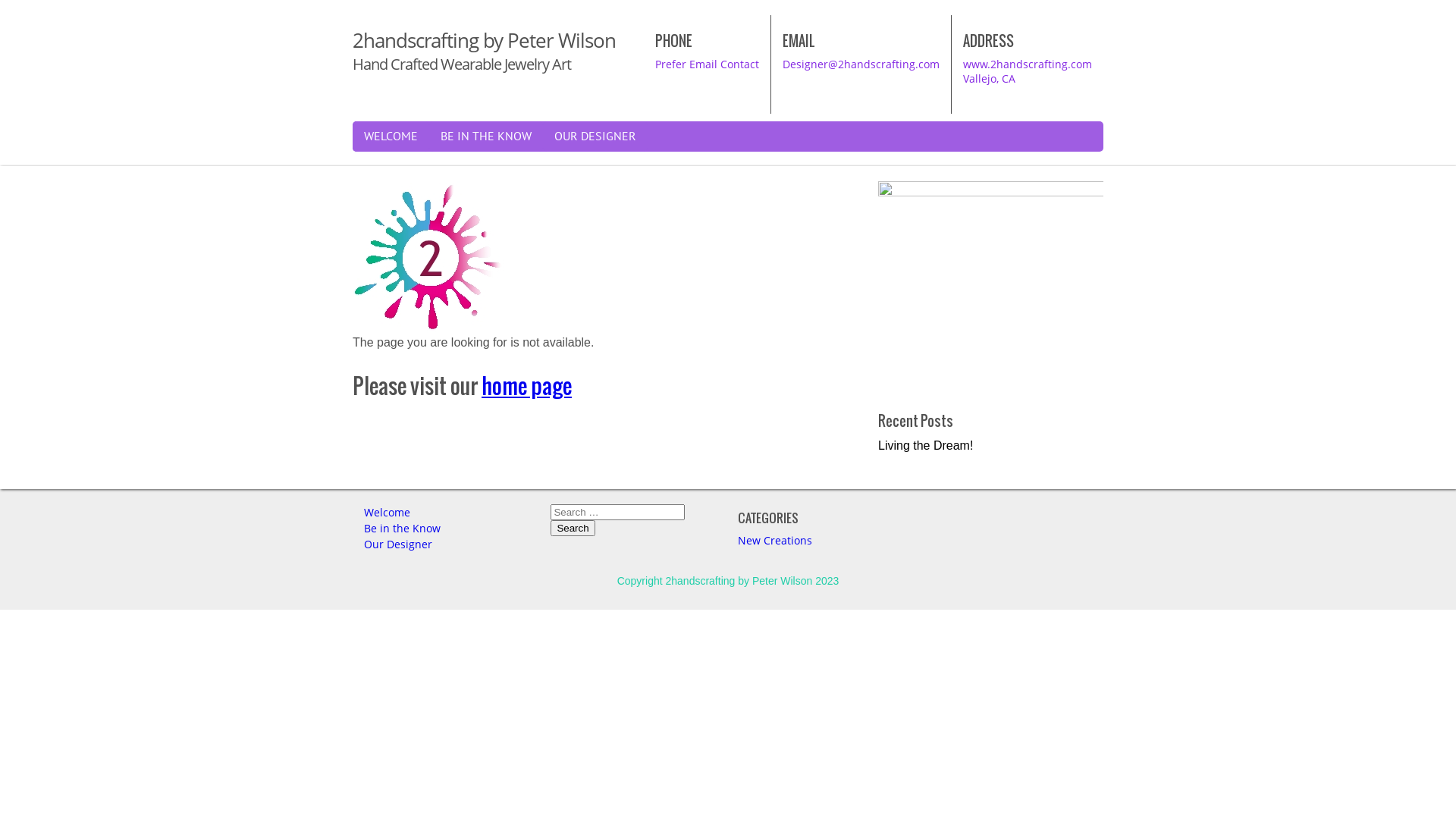 The height and width of the screenshot is (819, 1456). What do you see at coordinates (775, 539) in the screenshot?
I see `'New Creations'` at bounding box center [775, 539].